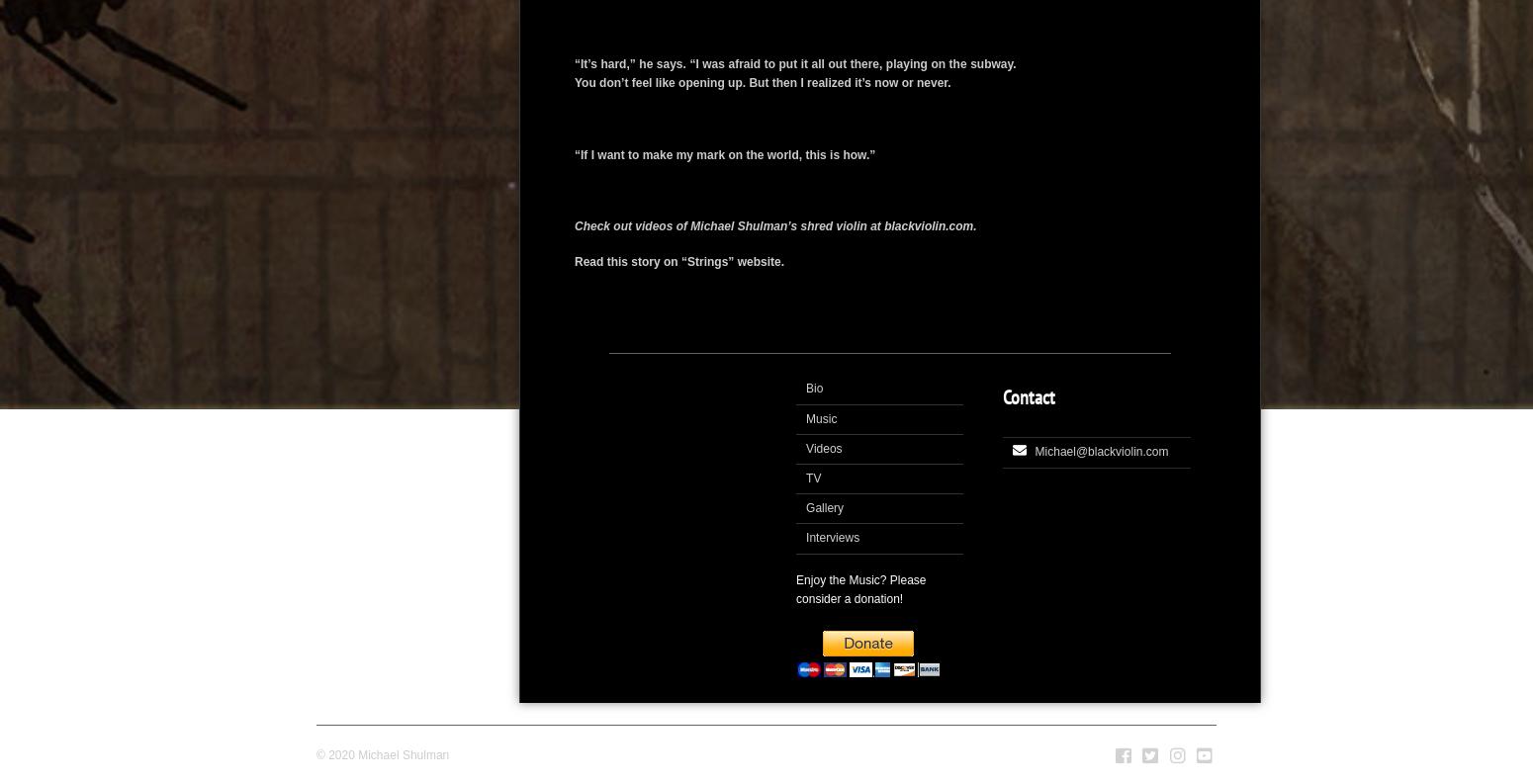 The image size is (1533, 784). I want to click on 'Enjoy the Music? Please consider a donation!', so click(860, 588).